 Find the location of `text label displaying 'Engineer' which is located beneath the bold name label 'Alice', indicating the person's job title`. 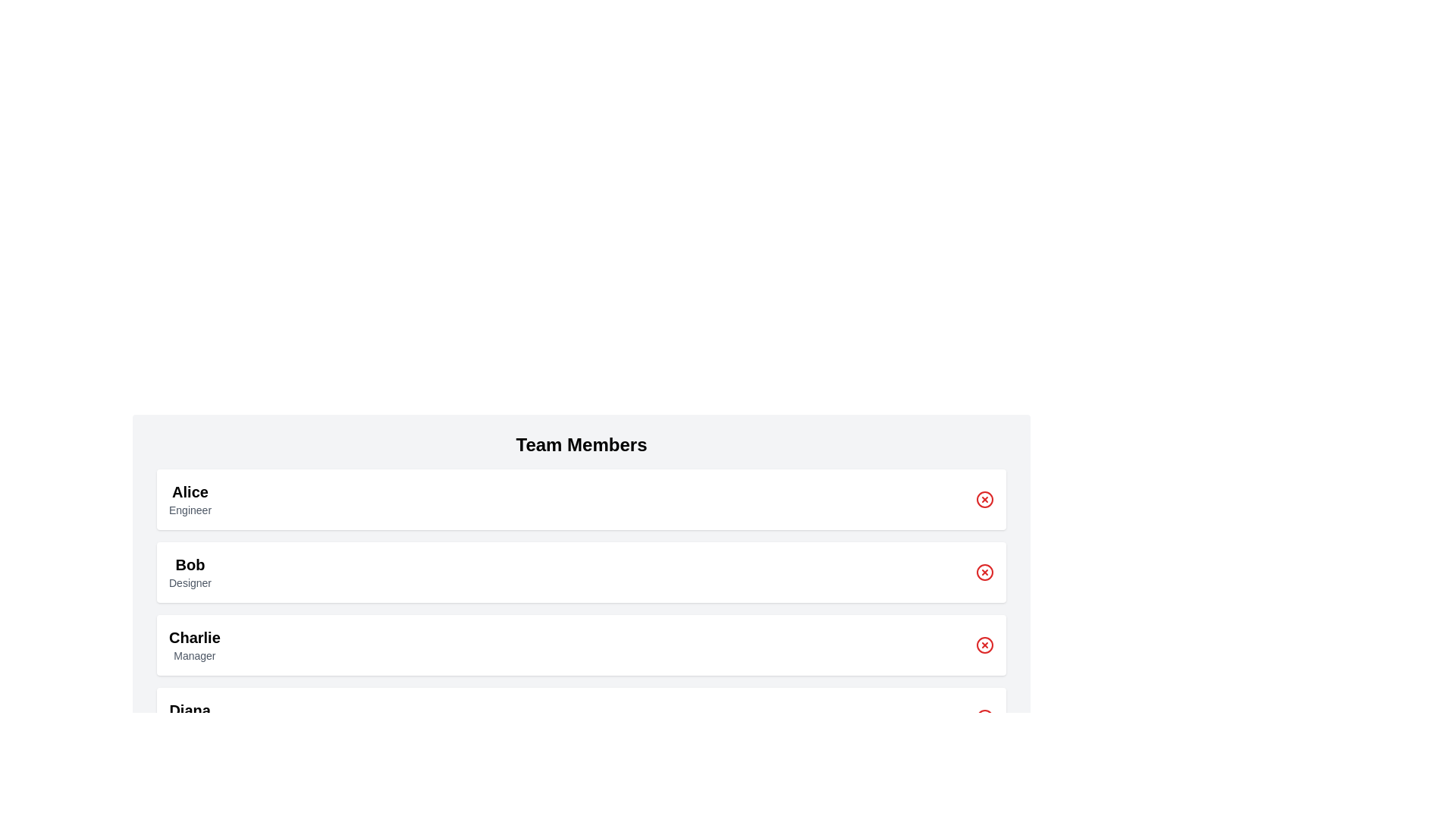

text label displaying 'Engineer' which is located beneath the bold name label 'Alice', indicating the person's job title is located at coordinates (189, 510).